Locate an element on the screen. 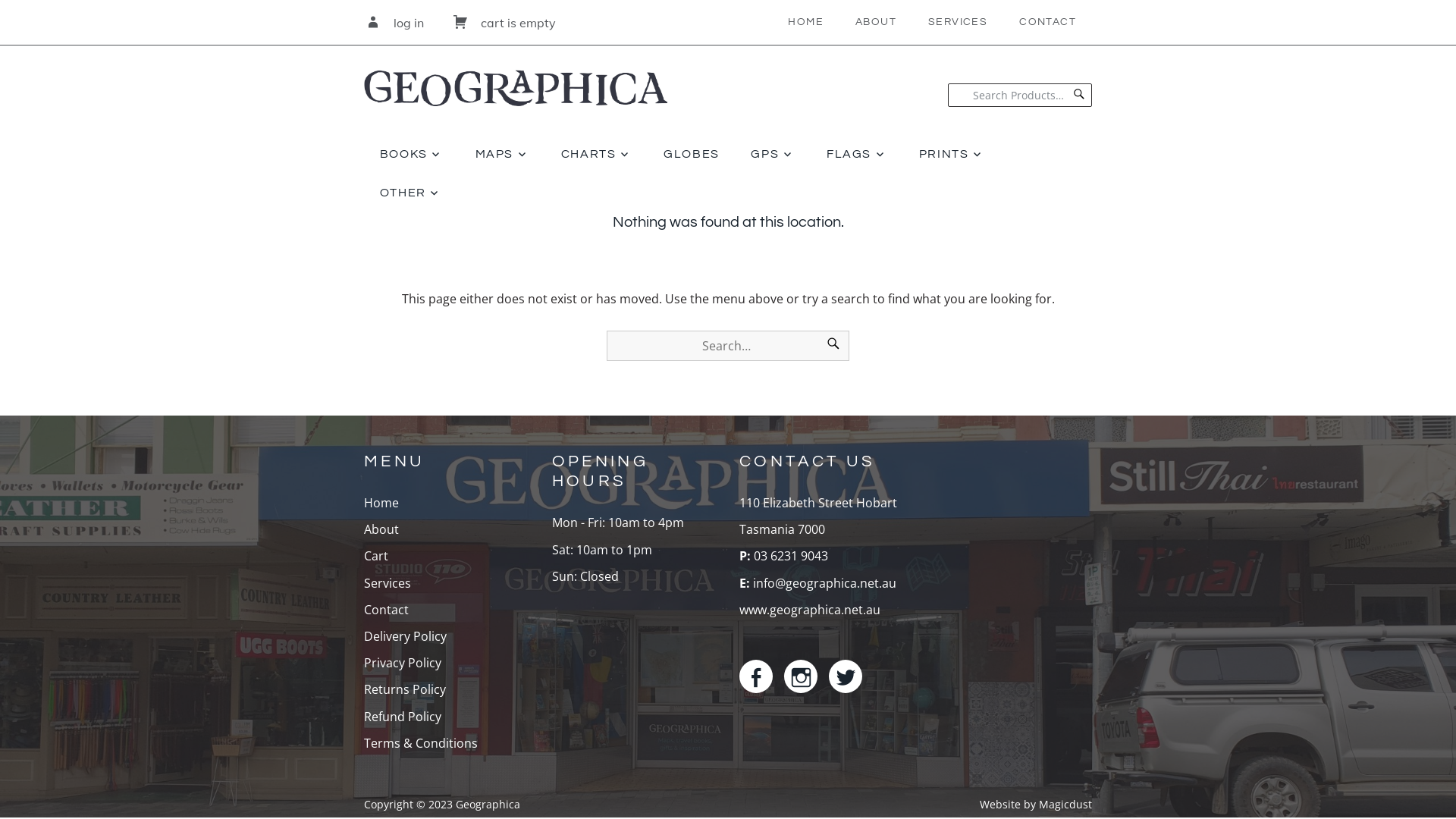  'Privacy Policy' is located at coordinates (364, 662).